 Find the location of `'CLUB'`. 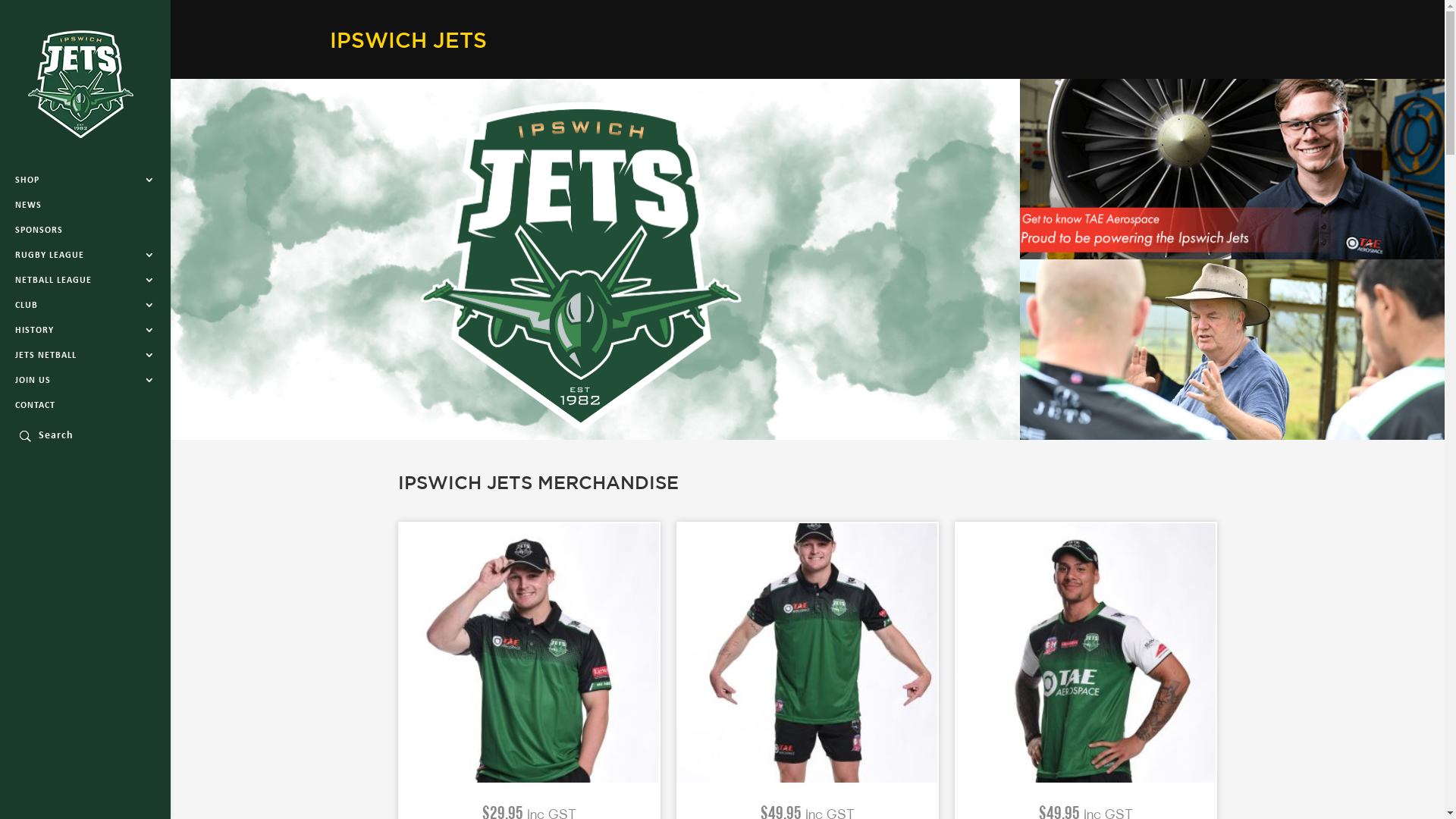

'CLUB' is located at coordinates (84, 305).